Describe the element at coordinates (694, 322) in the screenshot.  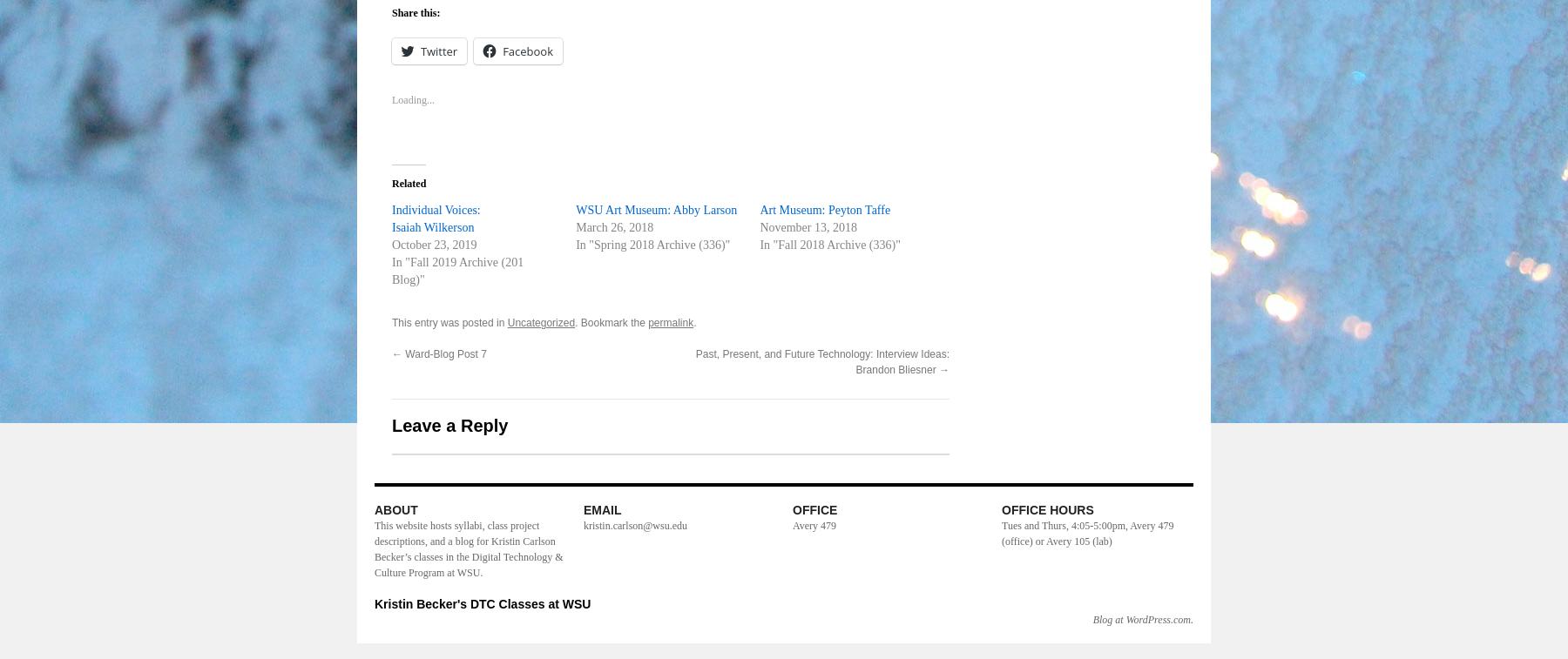
I see `'.'` at that location.